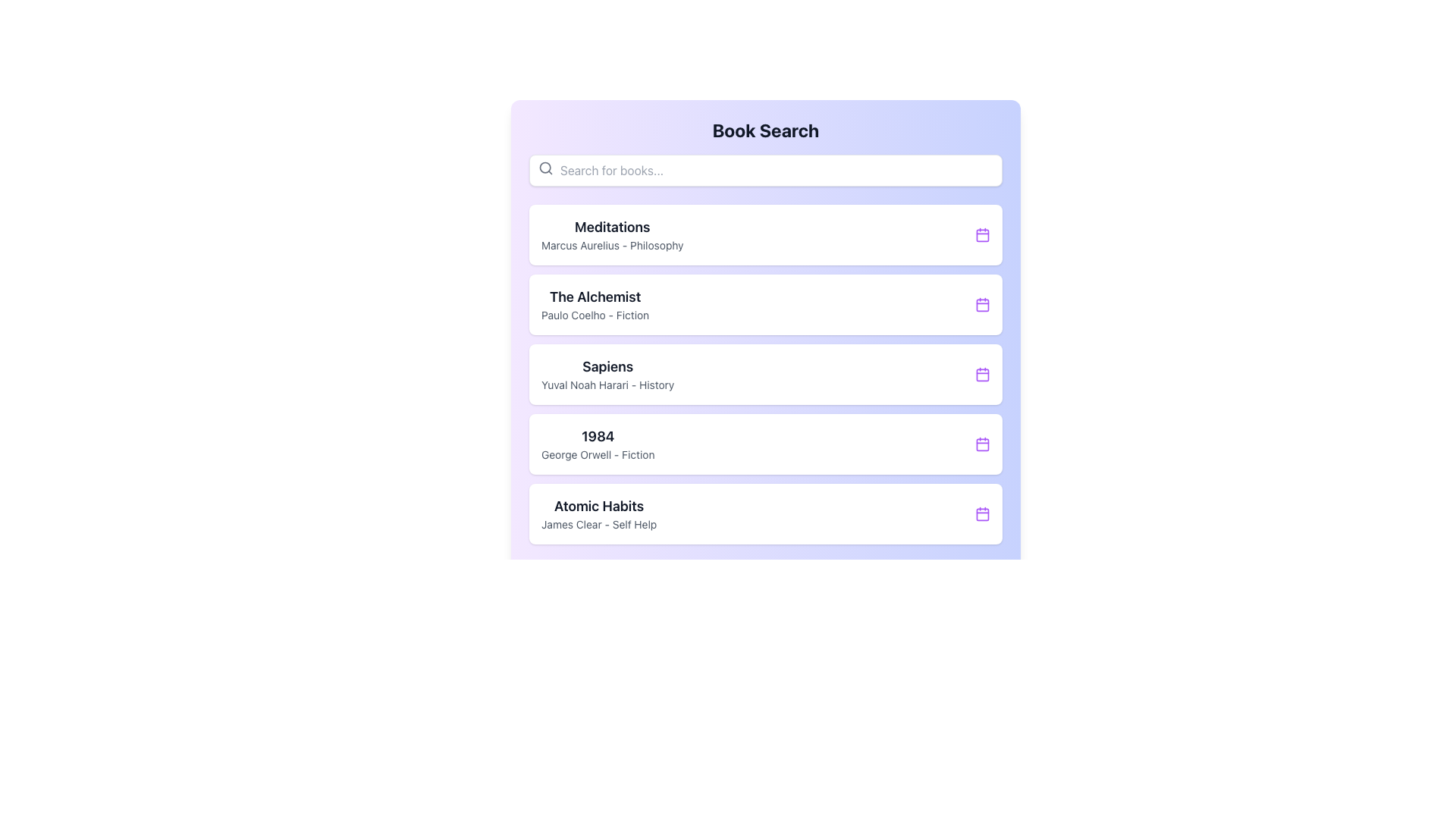 This screenshot has height=819, width=1456. I want to click on the magnifying glass icon that represents the search functionality, located inside the search text box towards the top-left corner, to indicate its purpose for users, so click(546, 168).